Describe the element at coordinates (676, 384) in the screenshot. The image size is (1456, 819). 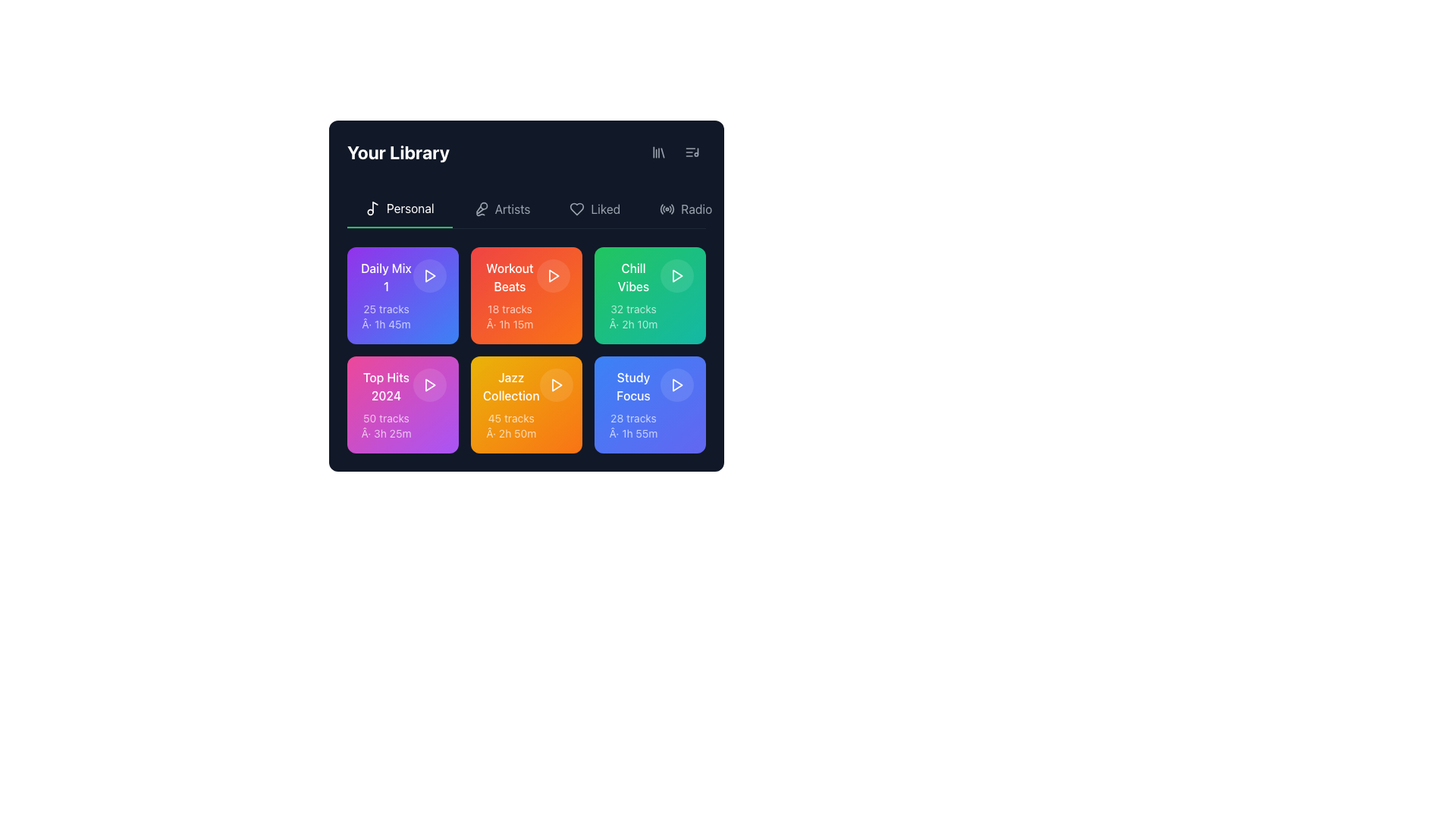
I see `the play button icon, which is a right-pointing triangle located within the blue 'Study Focus' card` at that location.